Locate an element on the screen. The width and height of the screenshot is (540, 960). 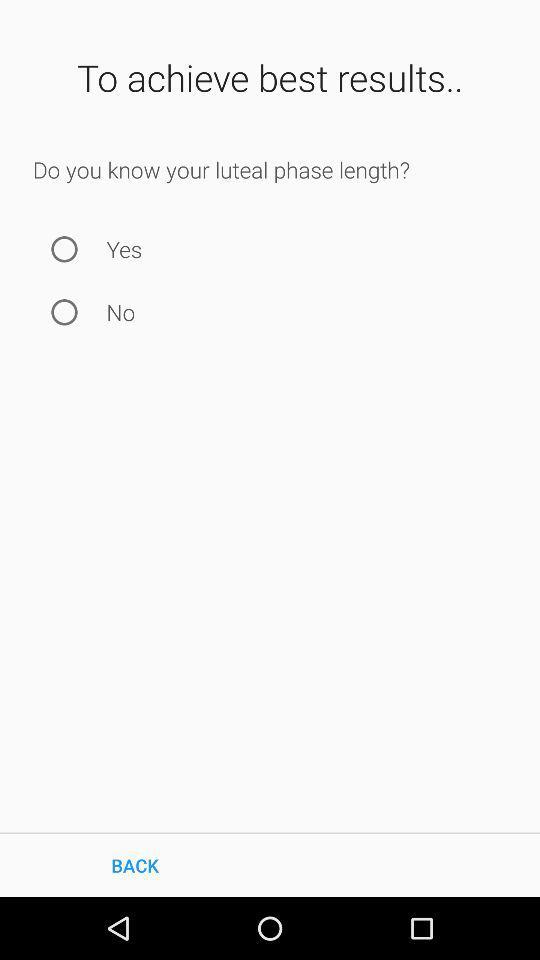
icon to the left of the yes item is located at coordinates (64, 248).